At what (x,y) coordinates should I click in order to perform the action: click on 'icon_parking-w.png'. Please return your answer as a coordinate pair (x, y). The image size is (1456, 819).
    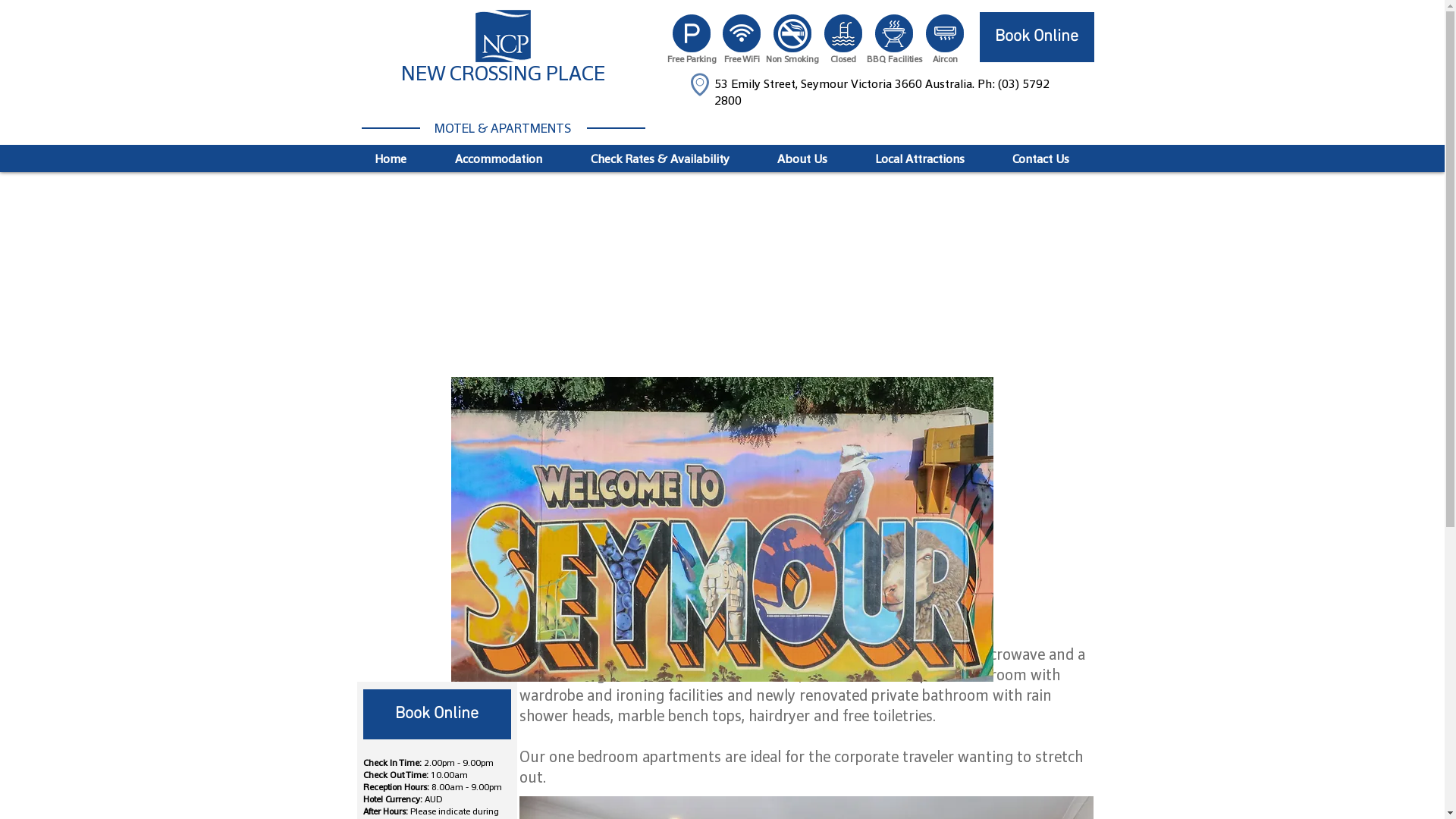
    Looking at the image, I should click on (690, 33).